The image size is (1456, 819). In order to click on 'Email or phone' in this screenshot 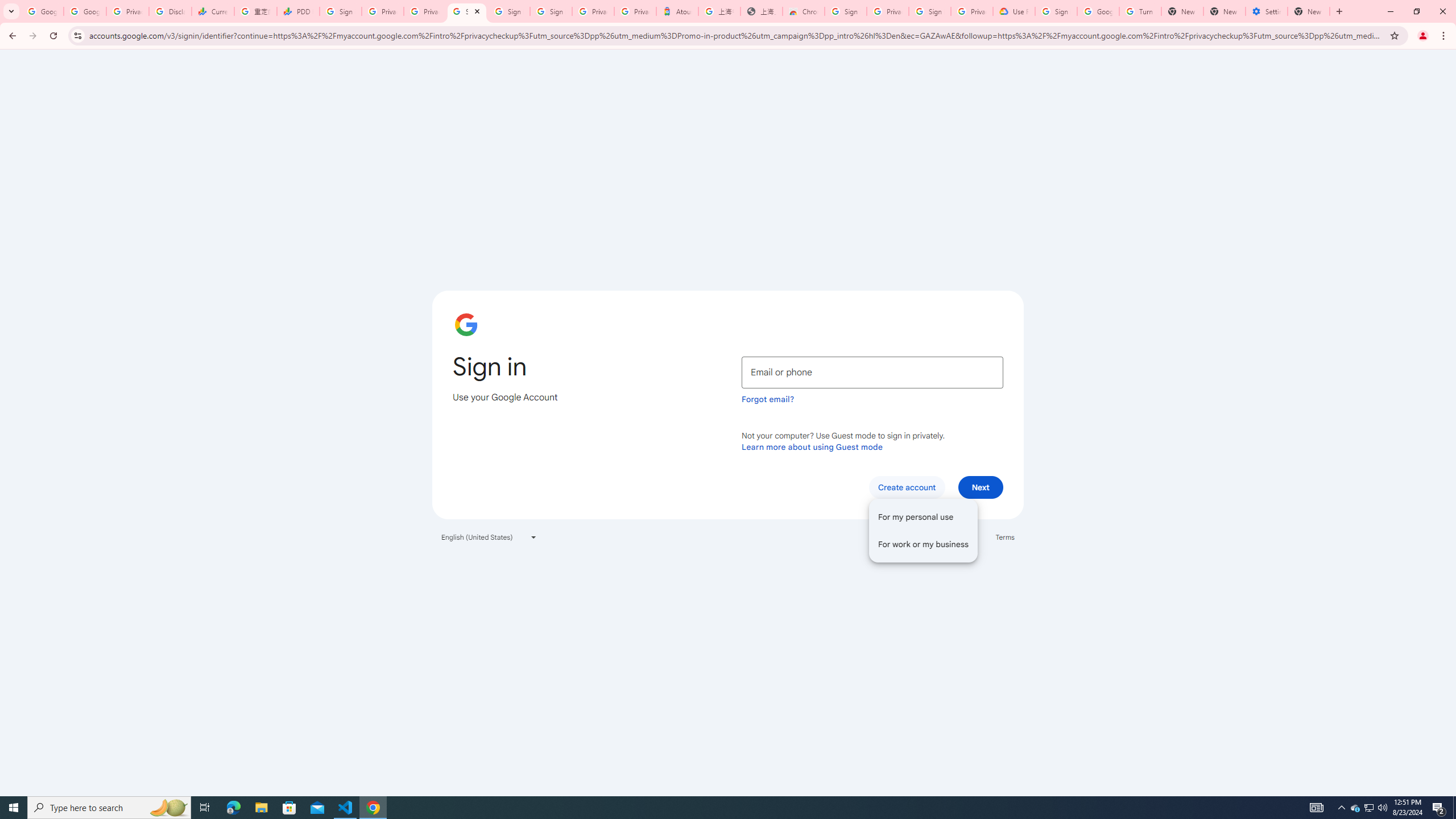, I will do `click(872, 372)`.